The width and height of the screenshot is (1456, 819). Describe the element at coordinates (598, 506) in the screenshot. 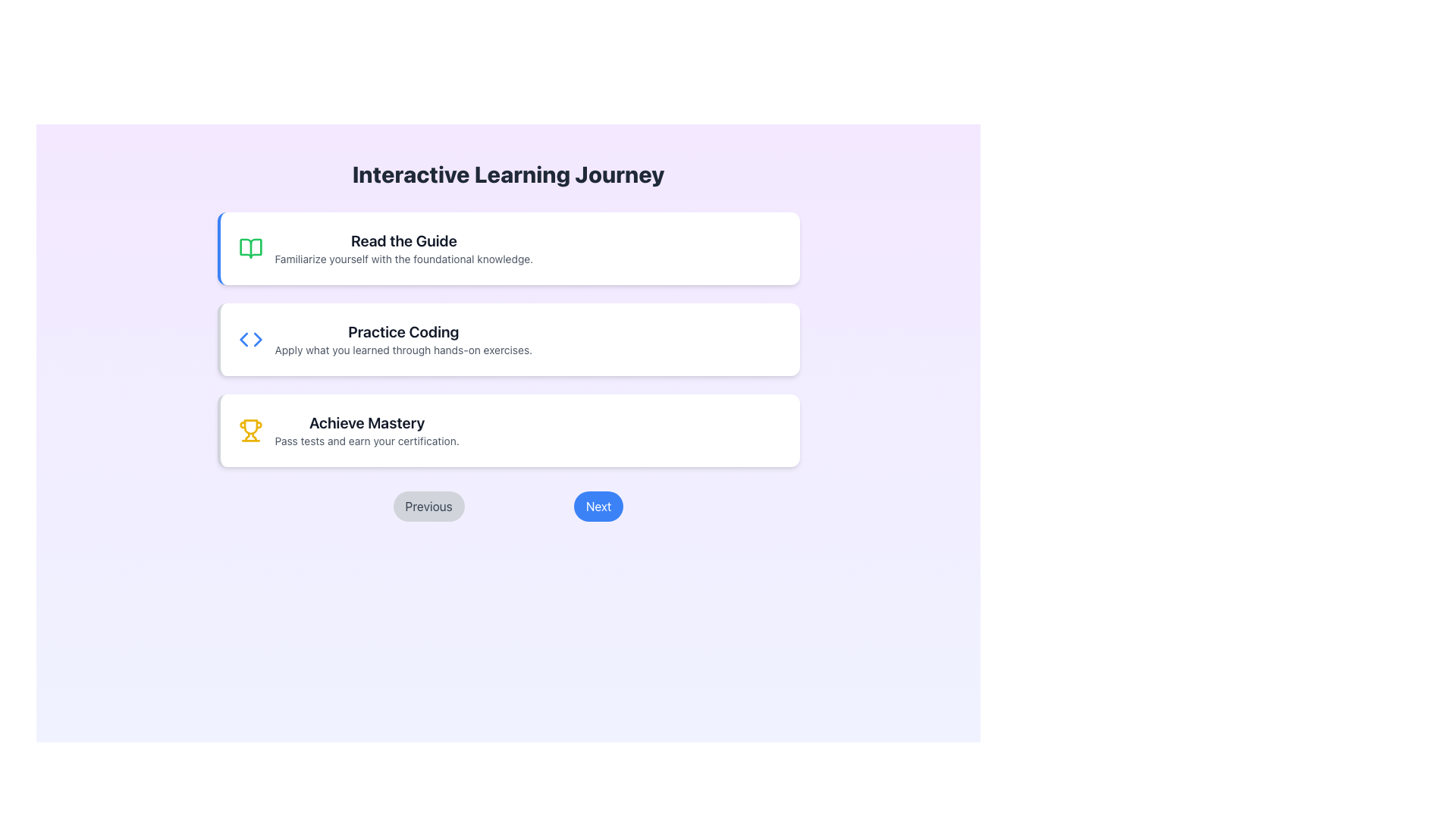

I see `the blue oval-shaped 'Next' button with white text` at that location.